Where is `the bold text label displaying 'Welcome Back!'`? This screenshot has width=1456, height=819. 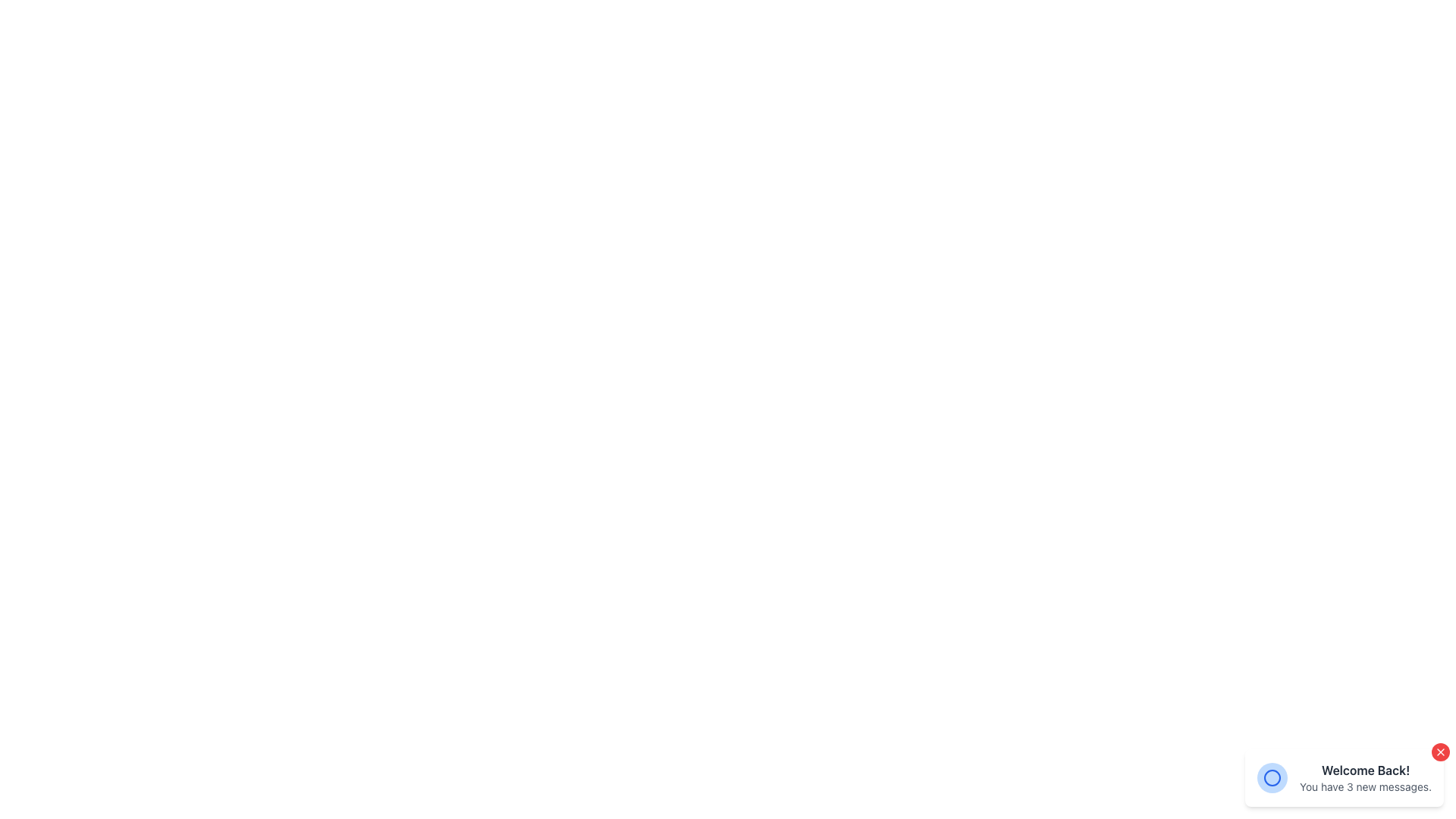
the bold text label displaying 'Welcome Back!' is located at coordinates (1366, 770).